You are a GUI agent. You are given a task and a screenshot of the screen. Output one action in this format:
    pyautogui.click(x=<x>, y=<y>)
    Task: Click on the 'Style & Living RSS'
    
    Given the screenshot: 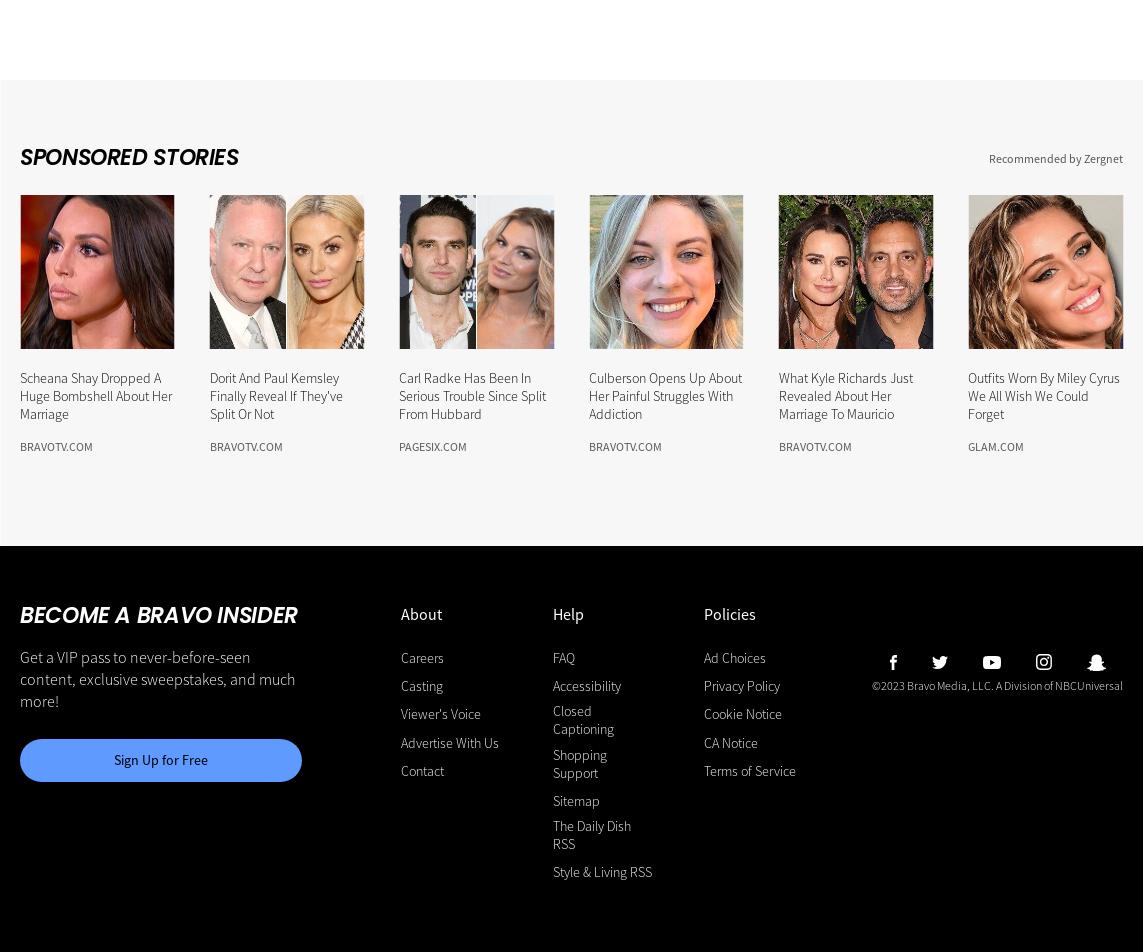 What is the action you would take?
    pyautogui.click(x=600, y=870)
    